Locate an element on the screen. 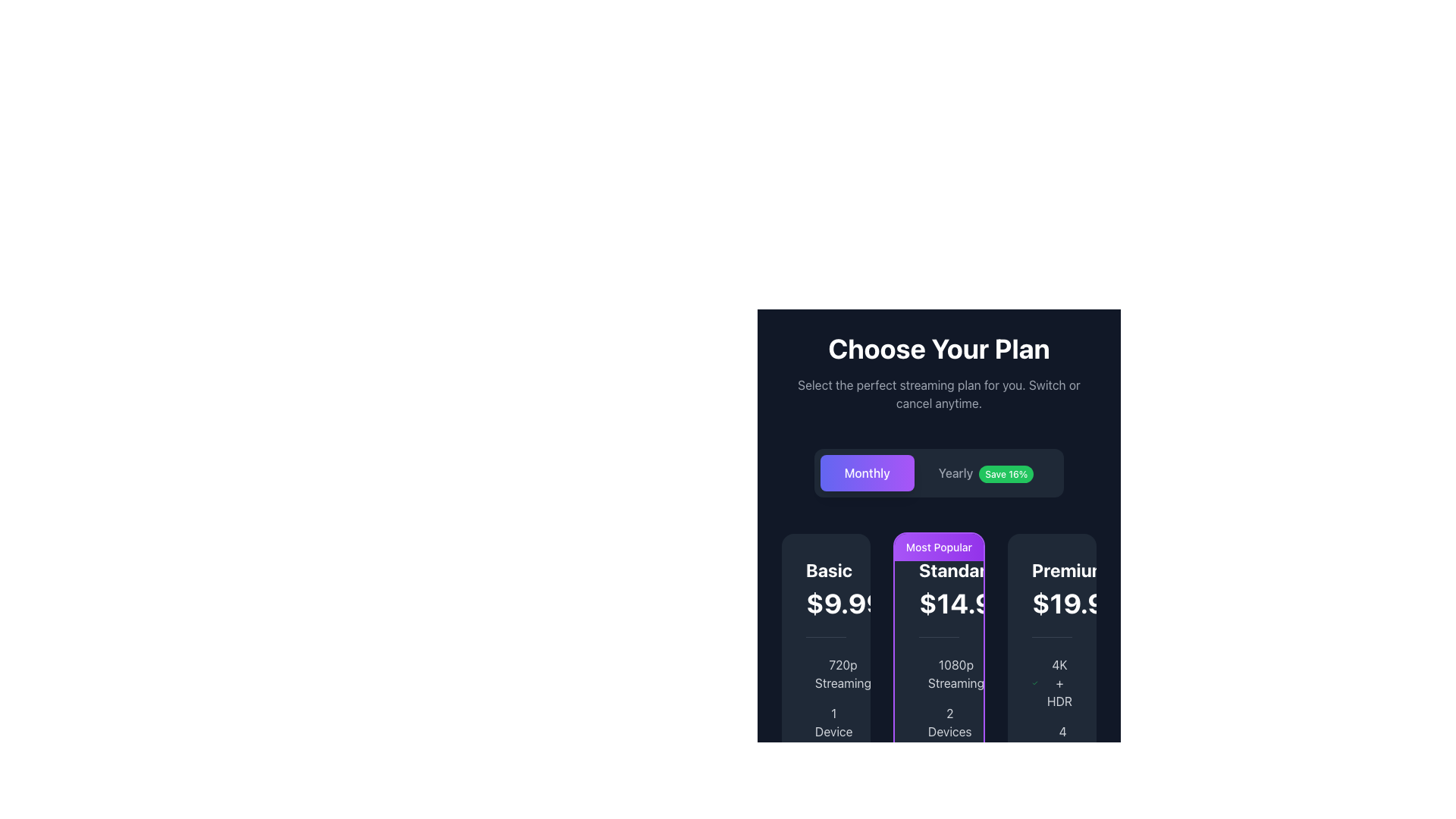 This screenshot has width=1456, height=819. text displayed in the upper section of the 'Premium' plan card, which shows the name and monthly cost of the plan is located at coordinates (1051, 587).